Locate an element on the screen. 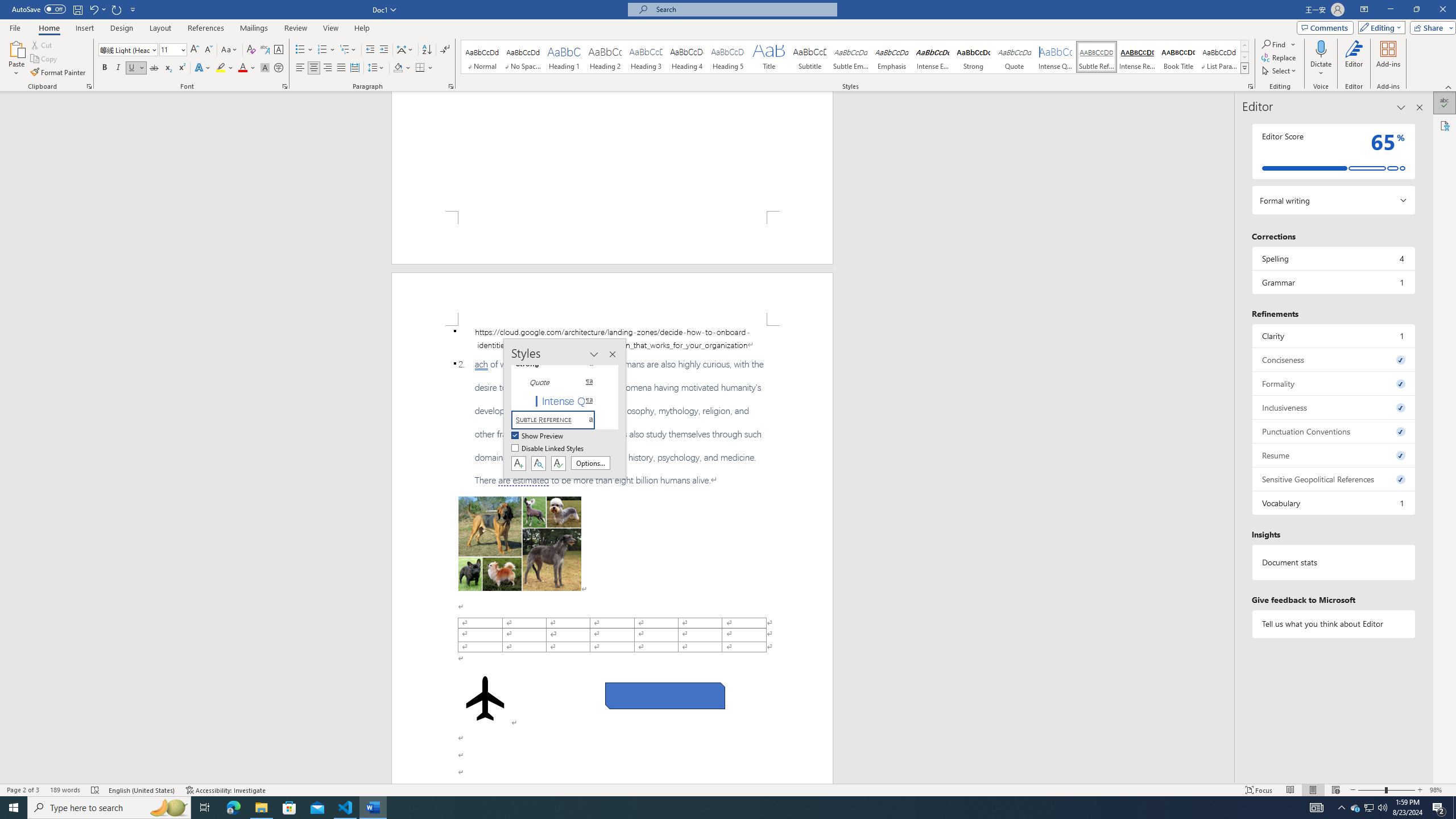 The image size is (1456, 819). 'Decrease Indent' is located at coordinates (370, 49).